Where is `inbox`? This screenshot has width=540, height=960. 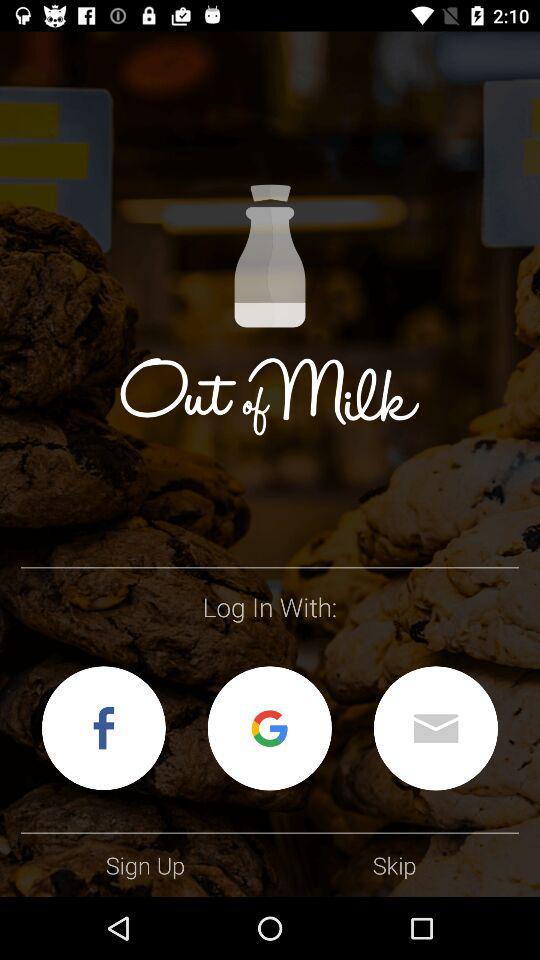
inbox is located at coordinates (434, 727).